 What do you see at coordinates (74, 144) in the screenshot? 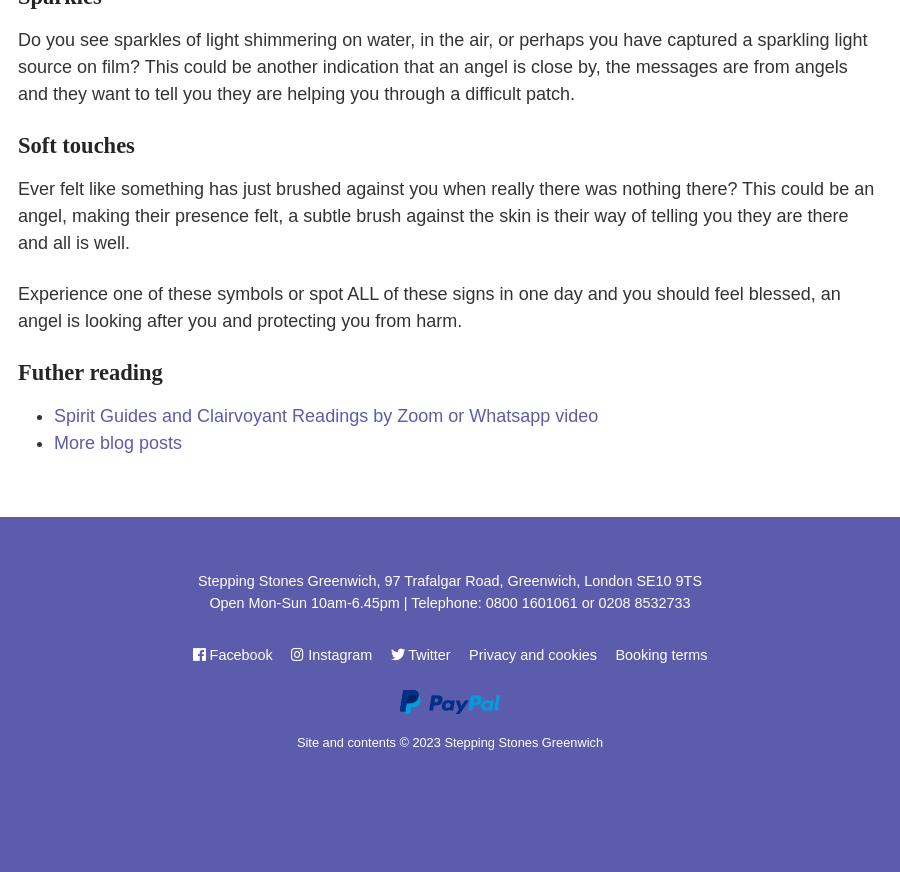
I see `'Soft touches'` at bounding box center [74, 144].